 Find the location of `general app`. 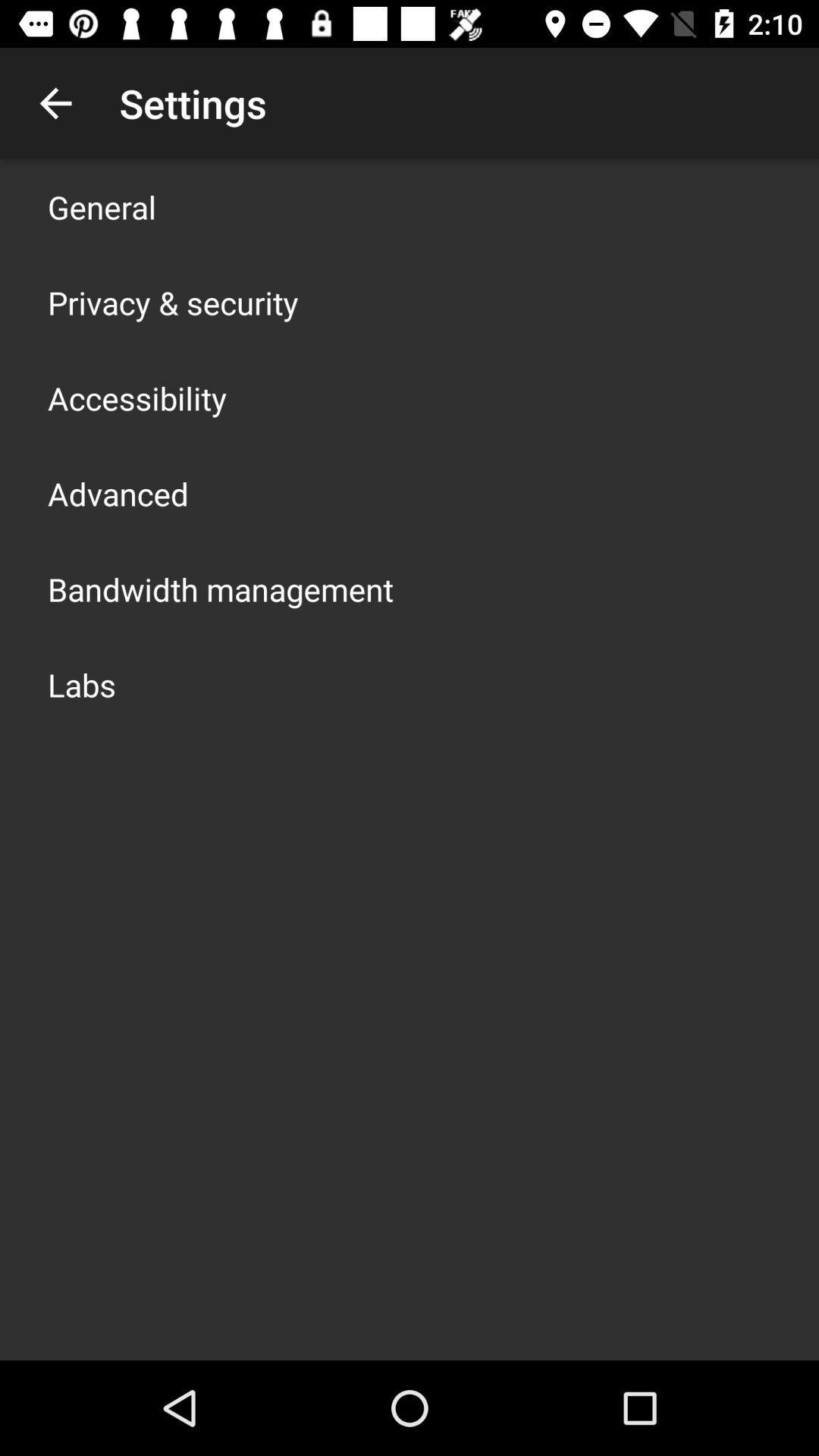

general app is located at coordinates (102, 206).